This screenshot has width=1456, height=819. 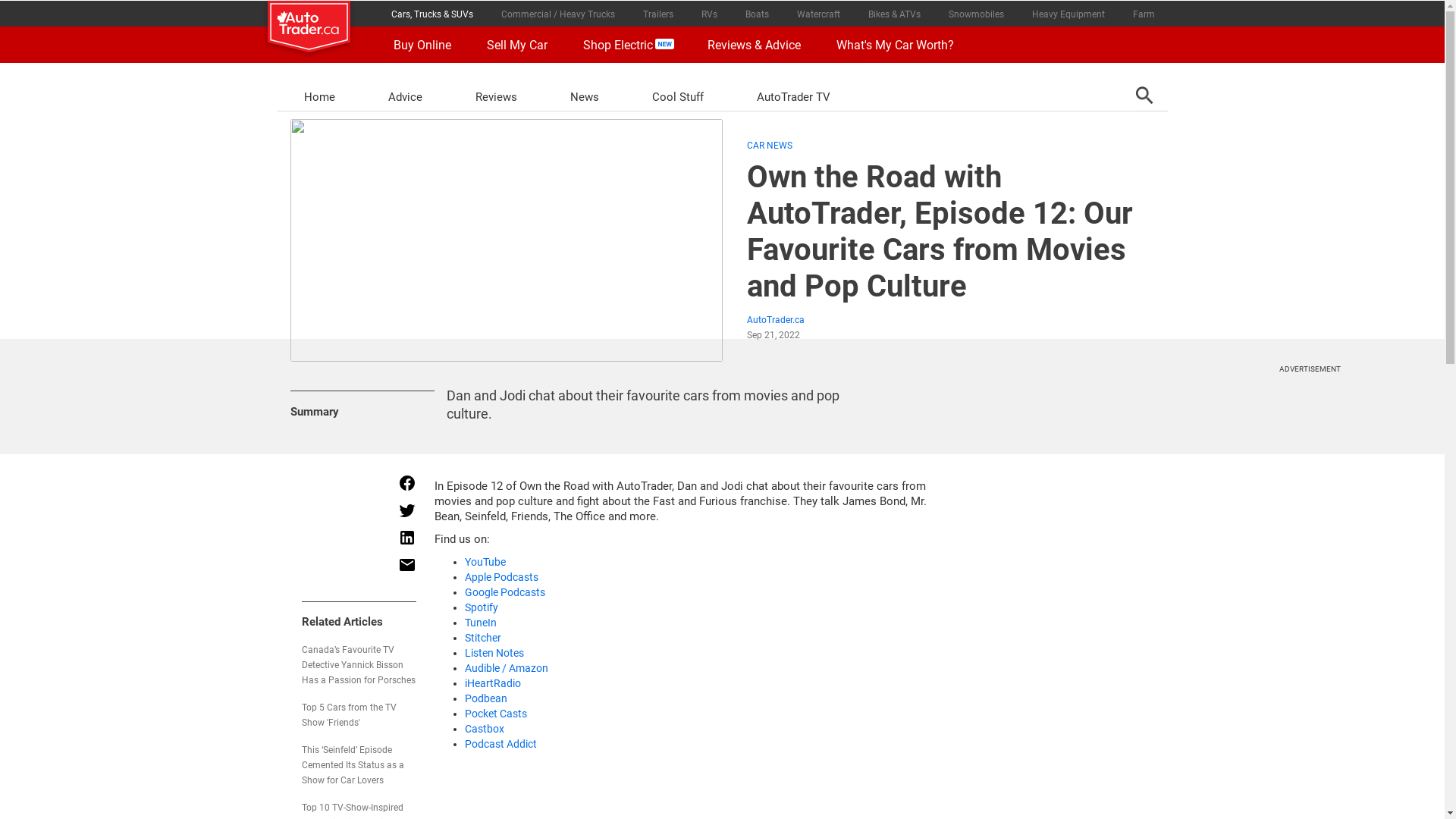 I want to click on 'Reviews & Advice', so click(x=748, y=42).